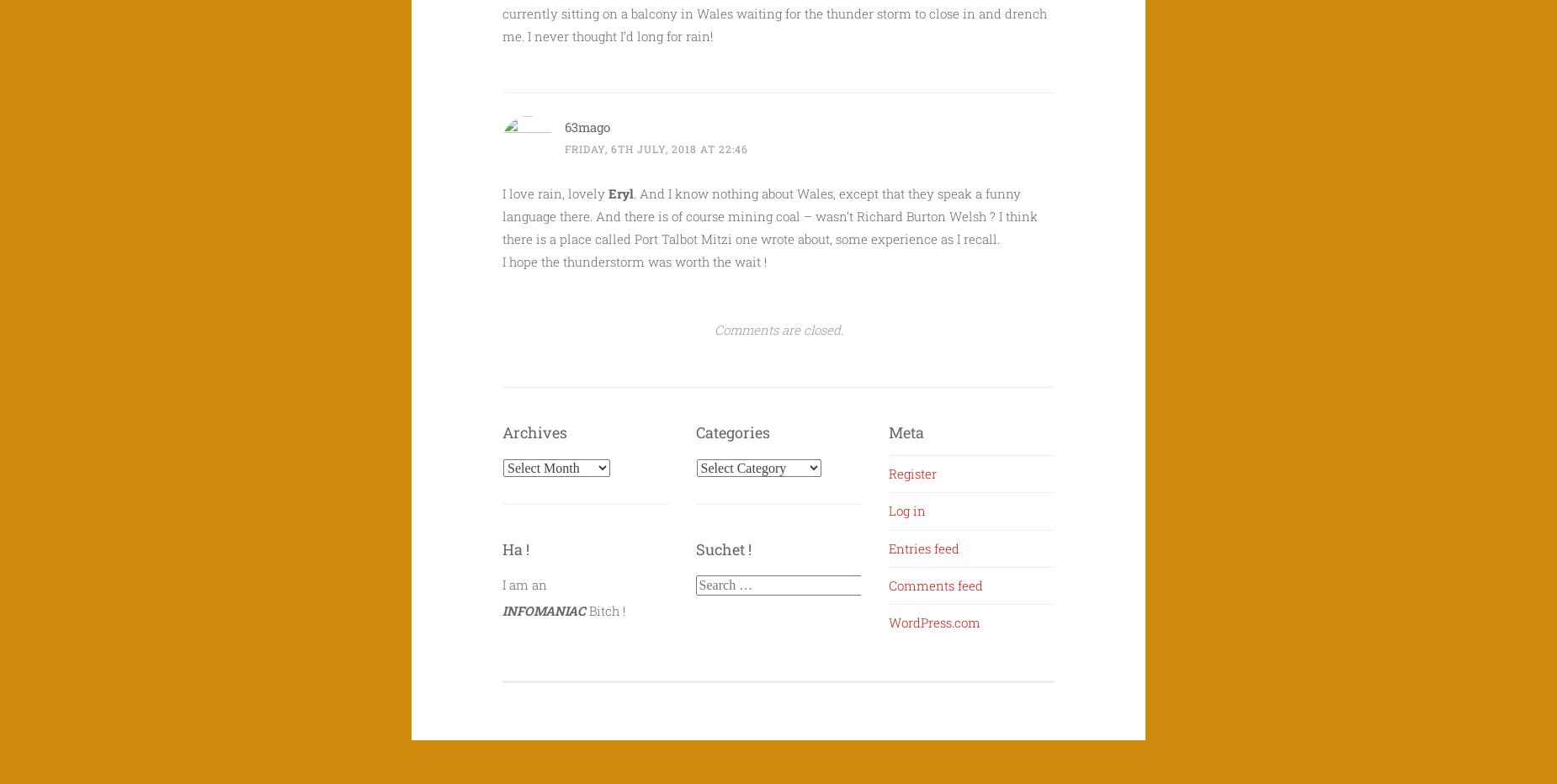 This screenshot has width=1557, height=784. Describe the element at coordinates (555, 193) in the screenshot. I see `'I love rain, lovely'` at that location.